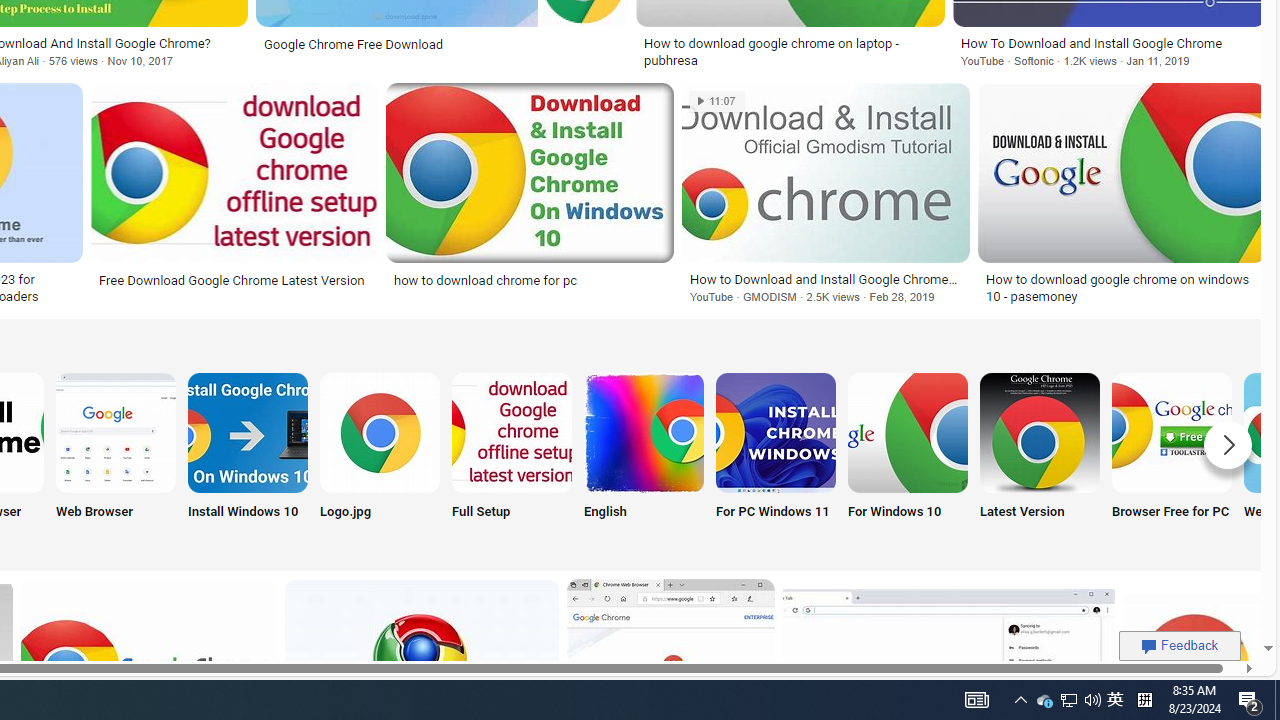  What do you see at coordinates (380, 431) in the screenshot?
I see `'Google Chrome Logo Jpg Download'` at bounding box center [380, 431].